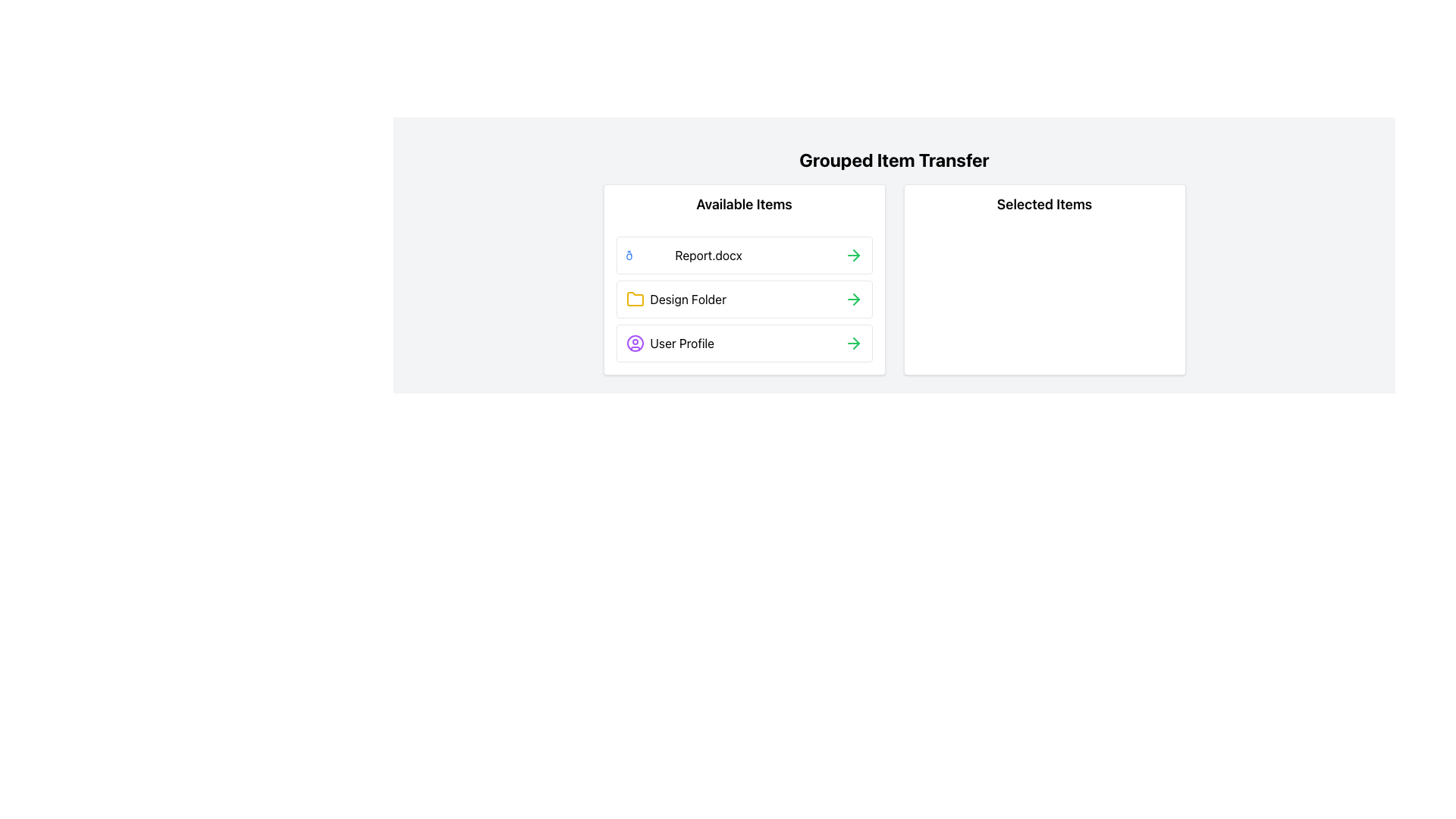 This screenshot has width=1456, height=819. Describe the element at coordinates (669, 343) in the screenshot. I see `the 'User Profile' label and circular purple user icon in the Available Items panel` at that location.